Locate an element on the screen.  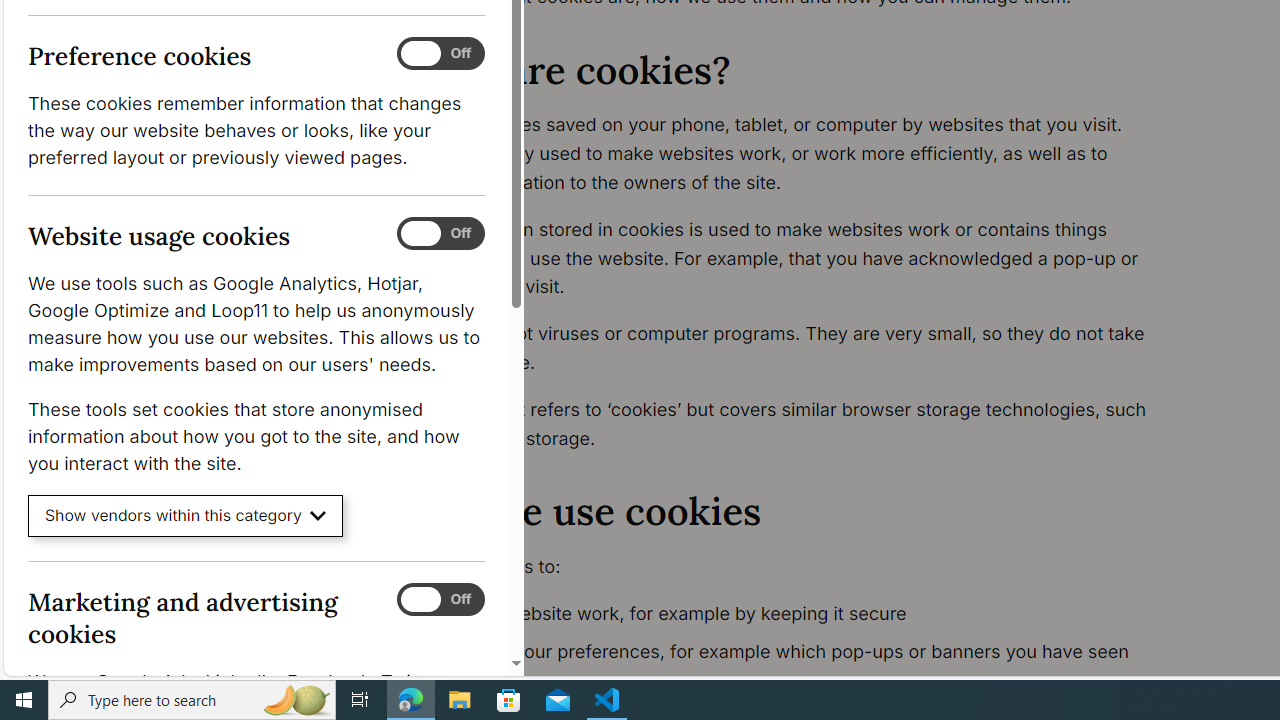
'Show vendors within this category' is located at coordinates (185, 515).